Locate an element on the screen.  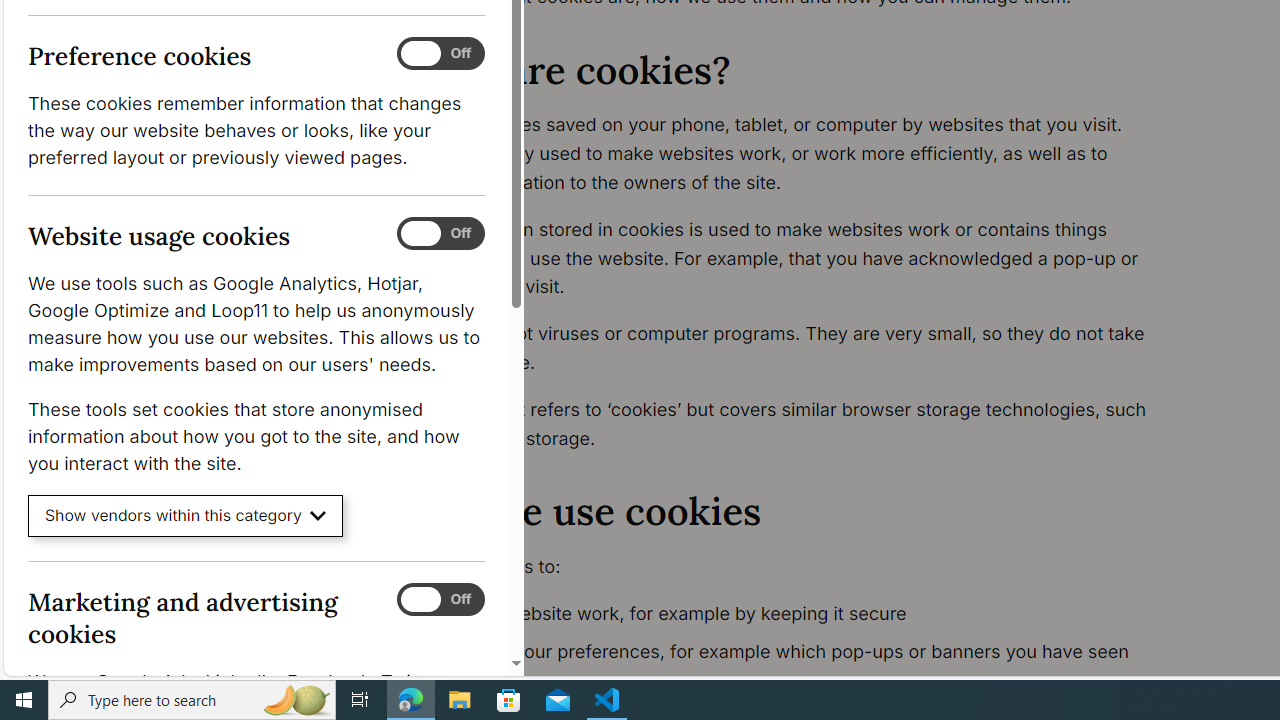
'Show vendors within this category' is located at coordinates (185, 515).